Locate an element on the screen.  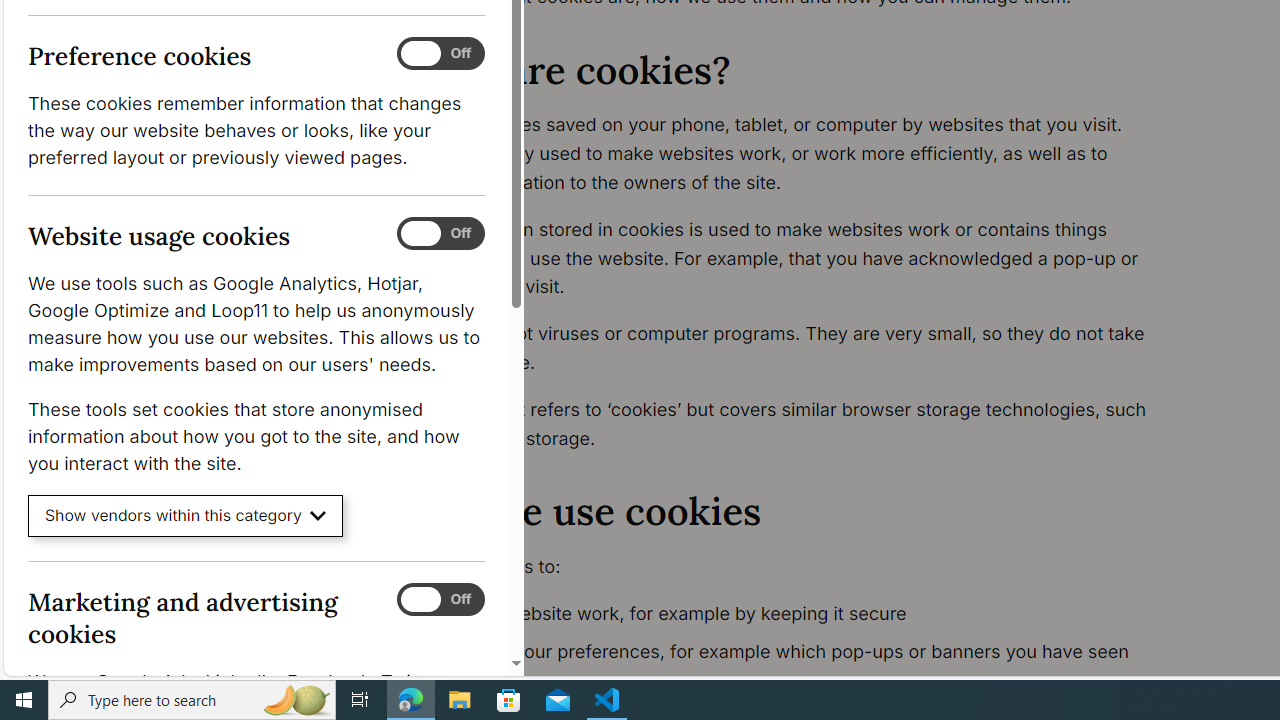
'Show vendors within this category' is located at coordinates (185, 515).